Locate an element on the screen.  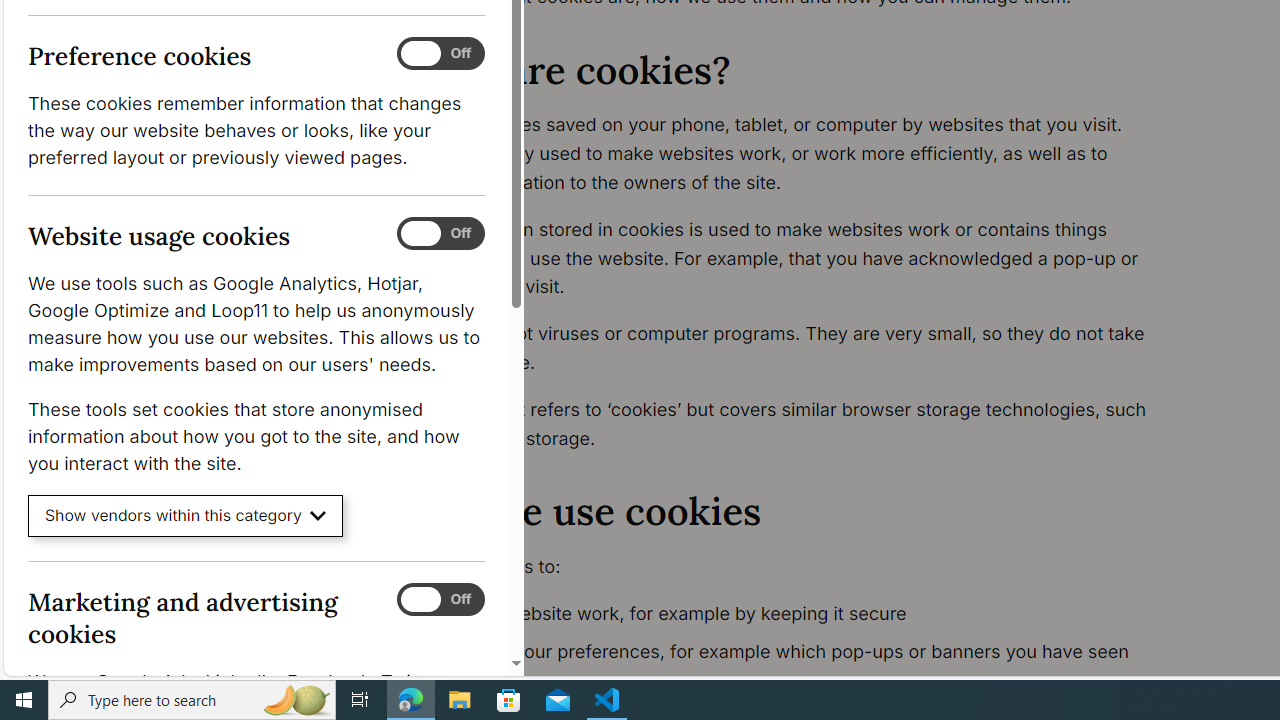
'Show vendors within this category' is located at coordinates (185, 515).